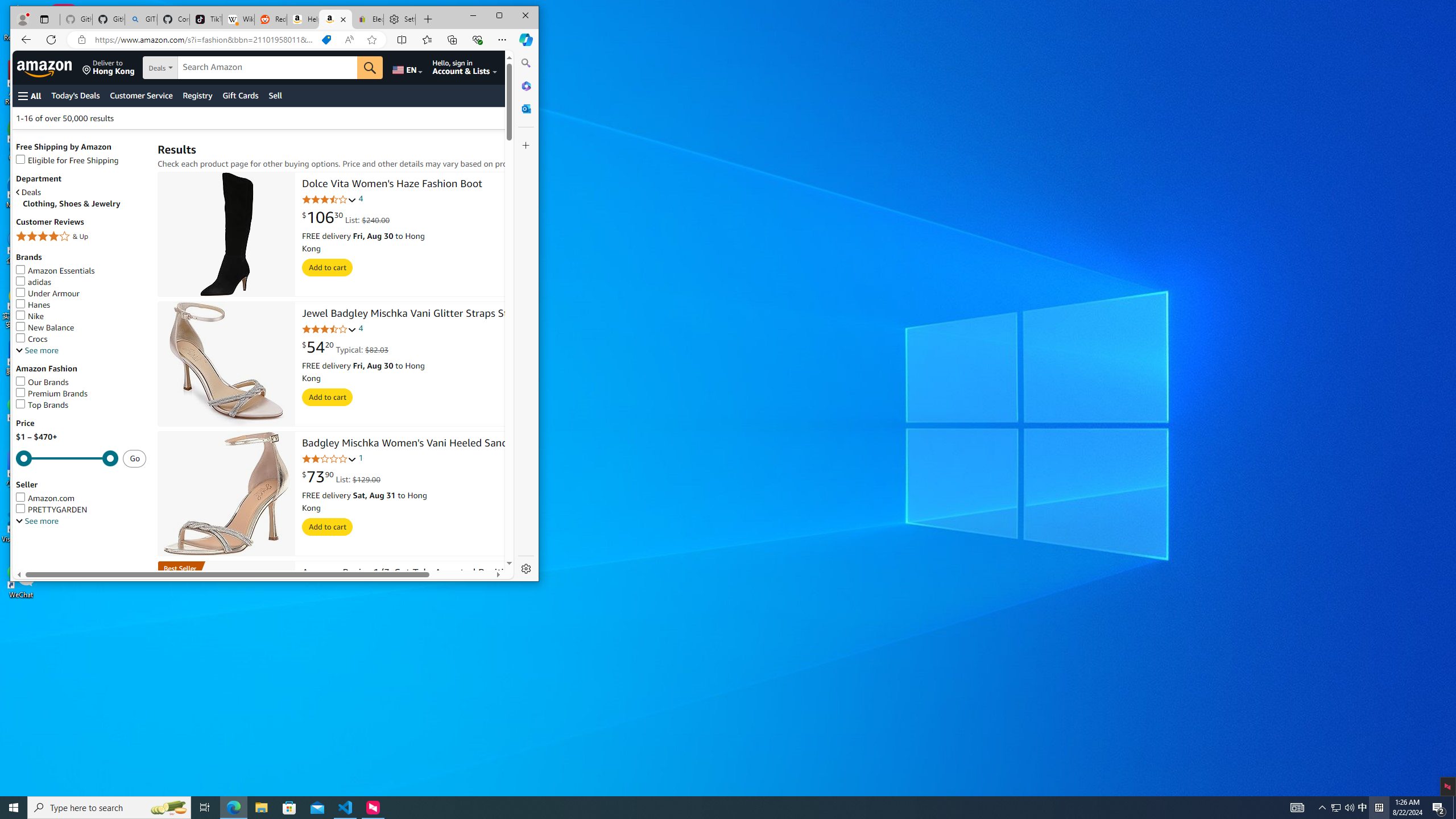  What do you see at coordinates (109, 806) in the screenshot?
I see `'Type here to search'` at bounding box center [109, 806].